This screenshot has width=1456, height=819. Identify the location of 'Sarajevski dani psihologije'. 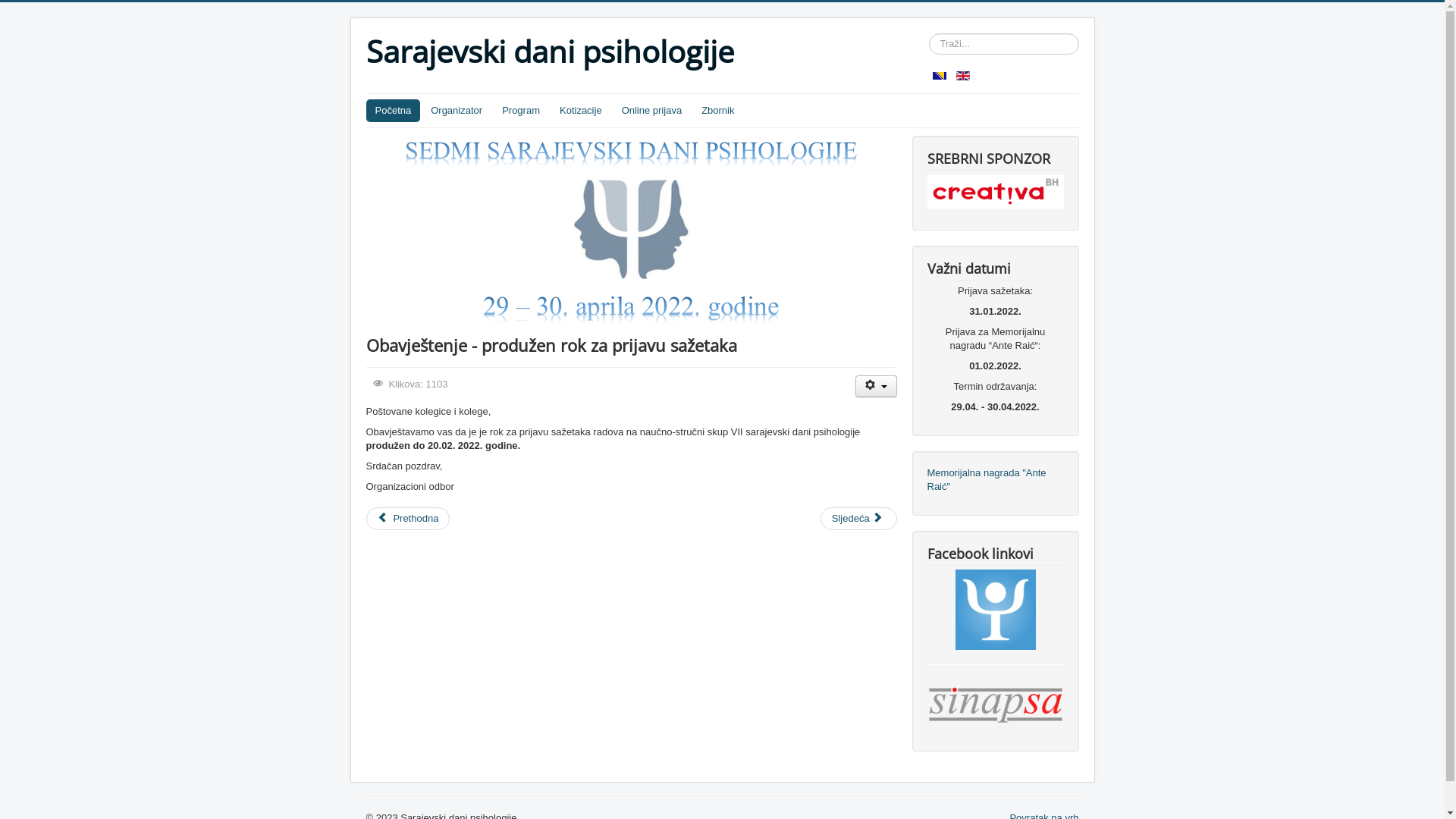
(548, 51).